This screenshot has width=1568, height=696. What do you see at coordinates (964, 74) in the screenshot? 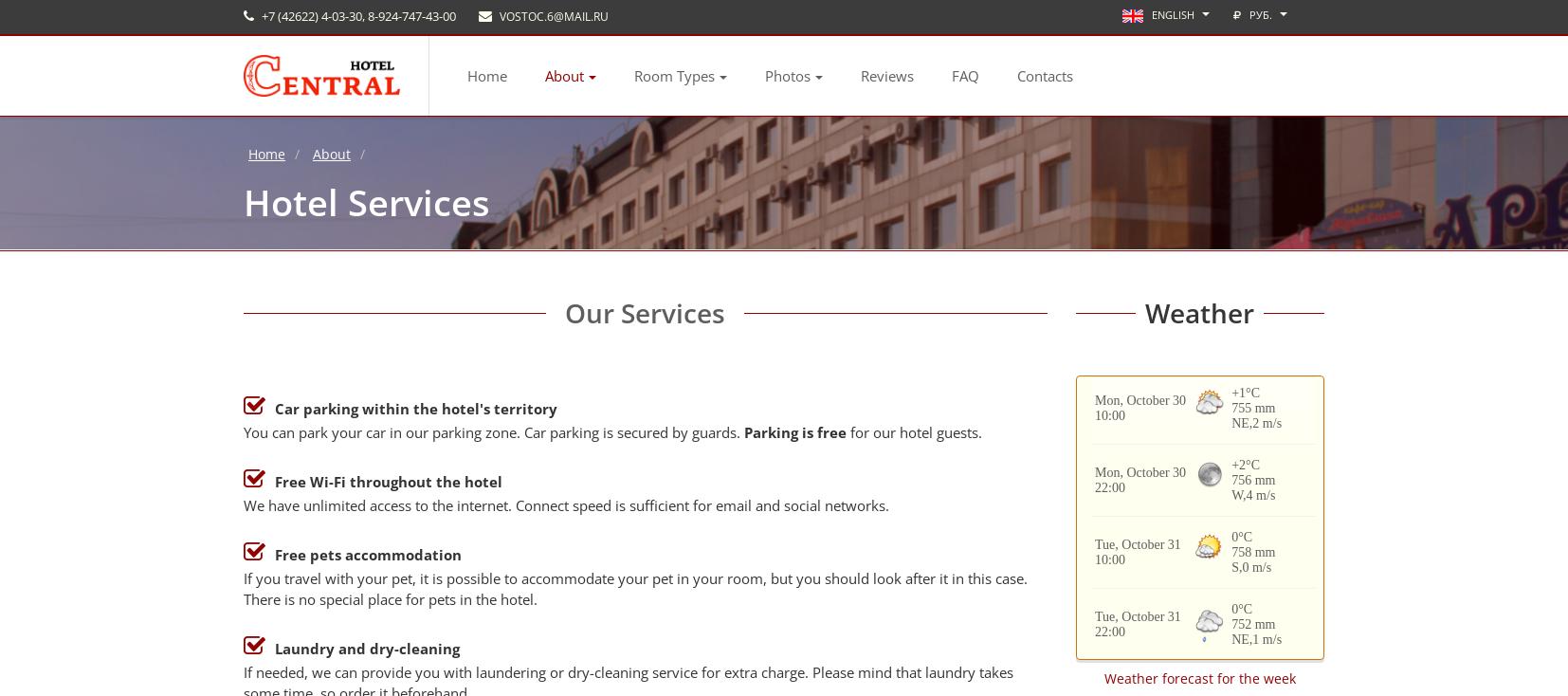
I see `'FAQ'` at bounding box center [964, 74].